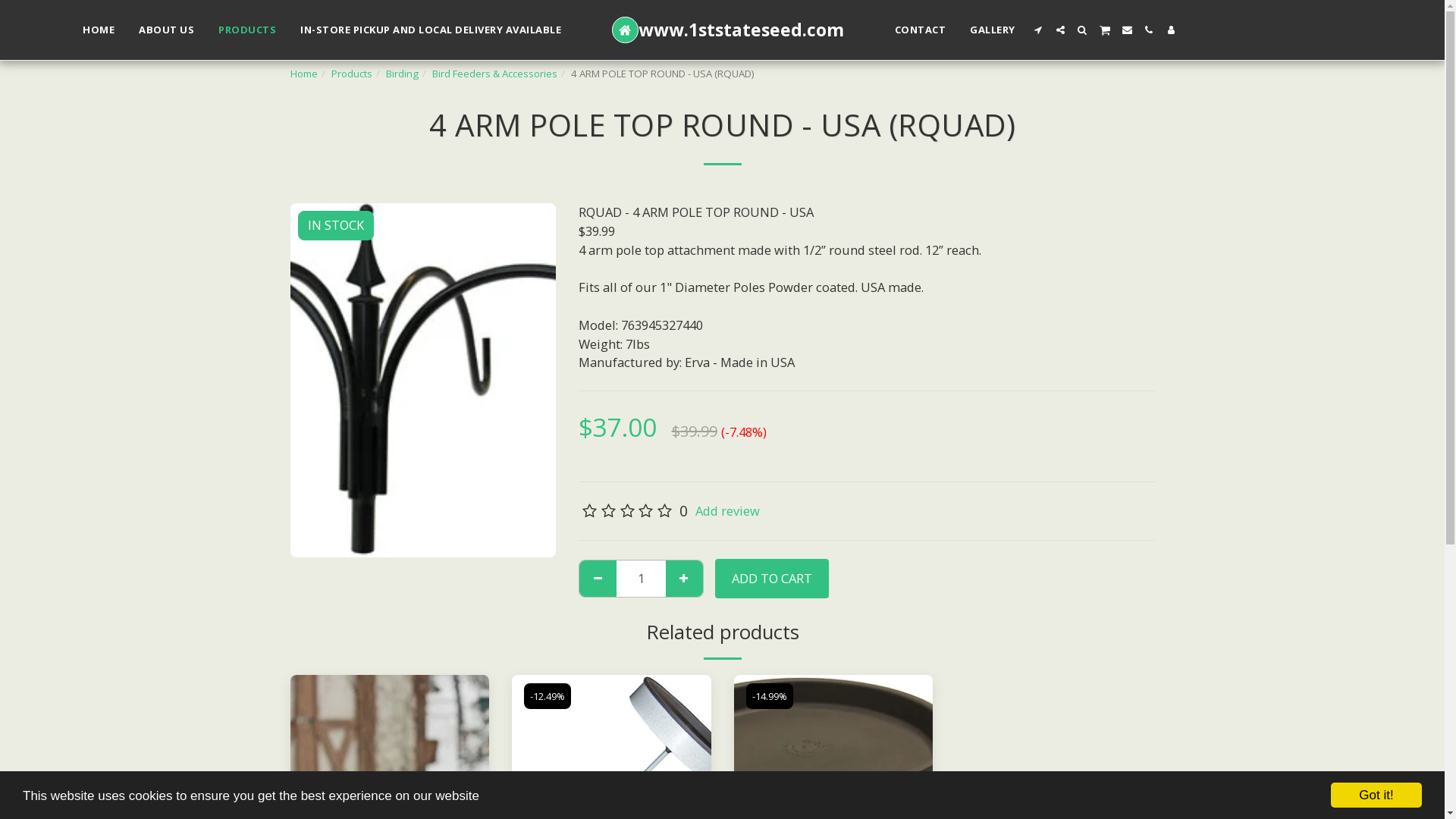  I want to click on 'HOME', so click(97, 29).